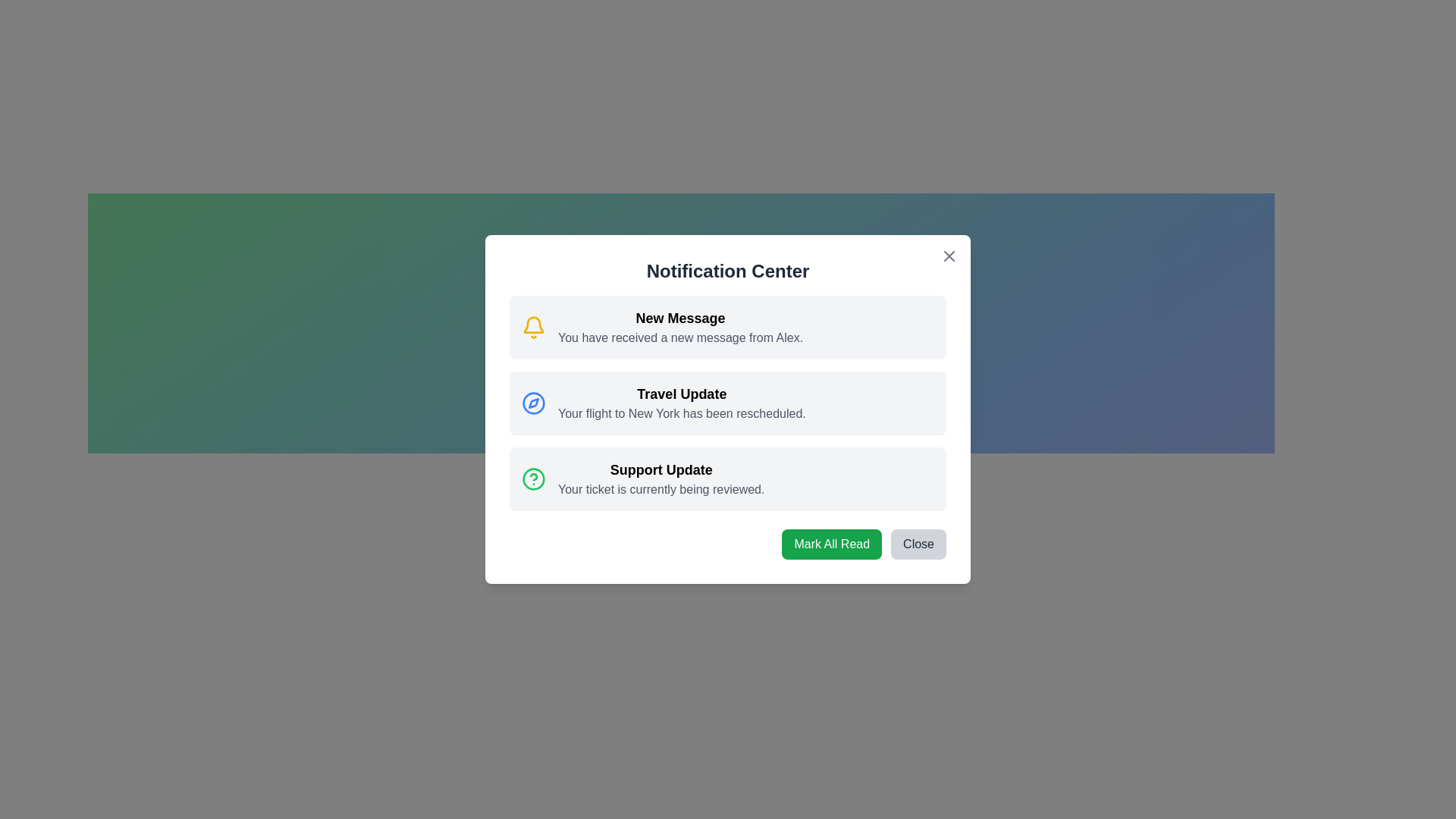  I want to click on the blue compass icon located beside the 'Travel Update' notification text in the Notification Center, so click(534, 403).